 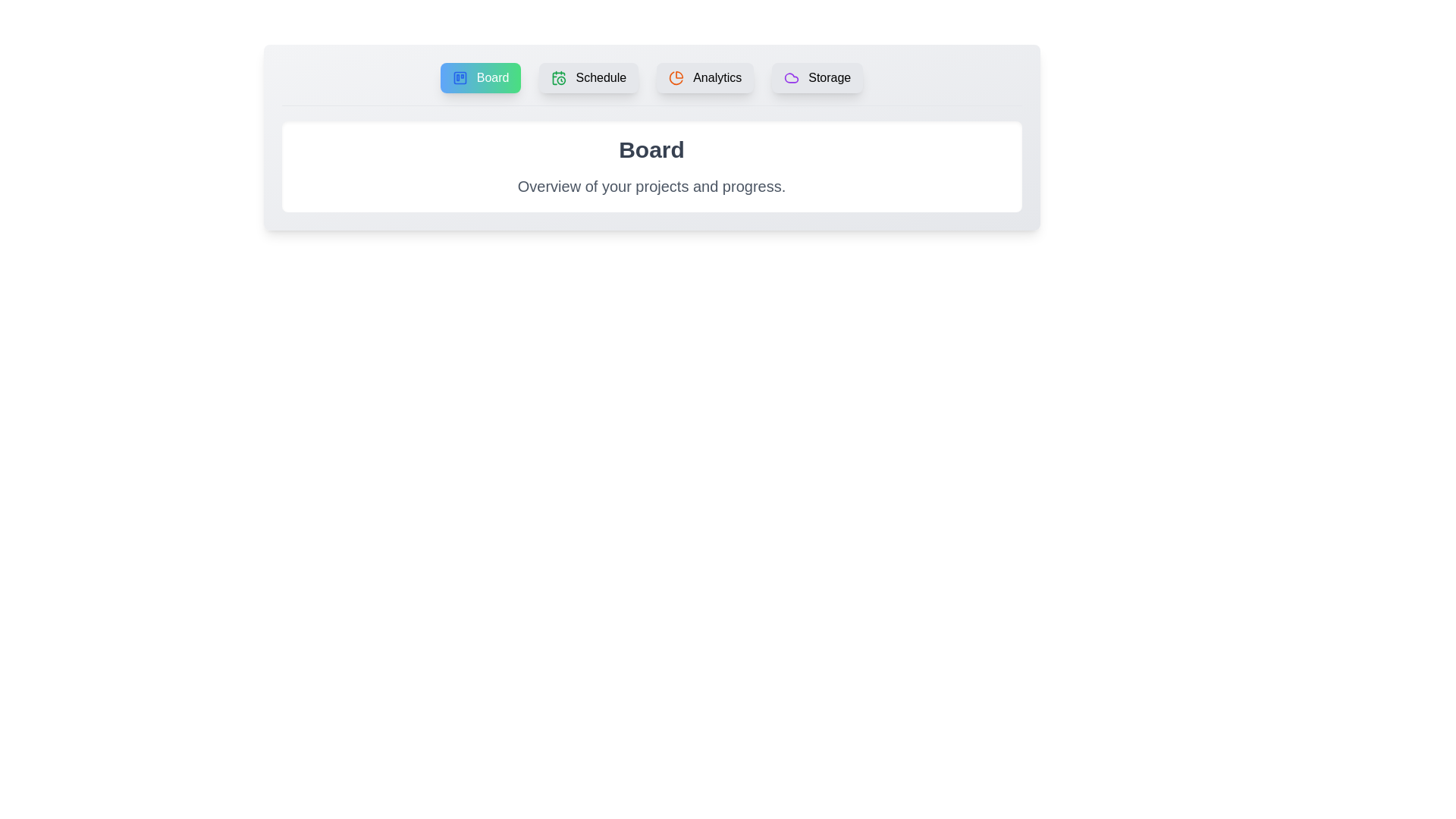 What do you see at coordinates (817, 78) in the screenshot?
I see `the tab labeled Storage to observe its hover effect` at bounding box center [817, 78].